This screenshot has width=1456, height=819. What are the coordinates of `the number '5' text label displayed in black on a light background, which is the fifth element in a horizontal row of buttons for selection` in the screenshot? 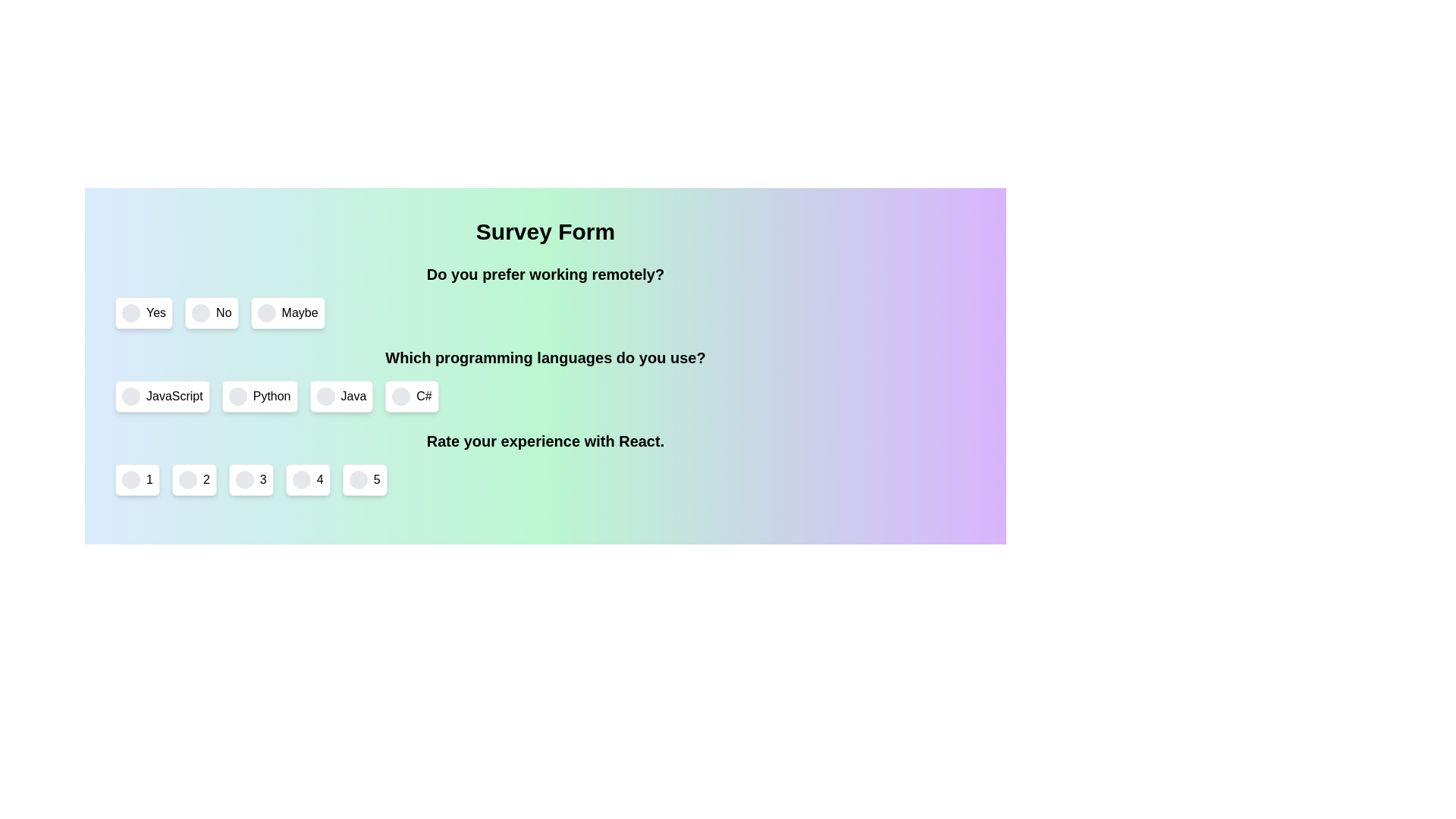 It's located at (377, 479).